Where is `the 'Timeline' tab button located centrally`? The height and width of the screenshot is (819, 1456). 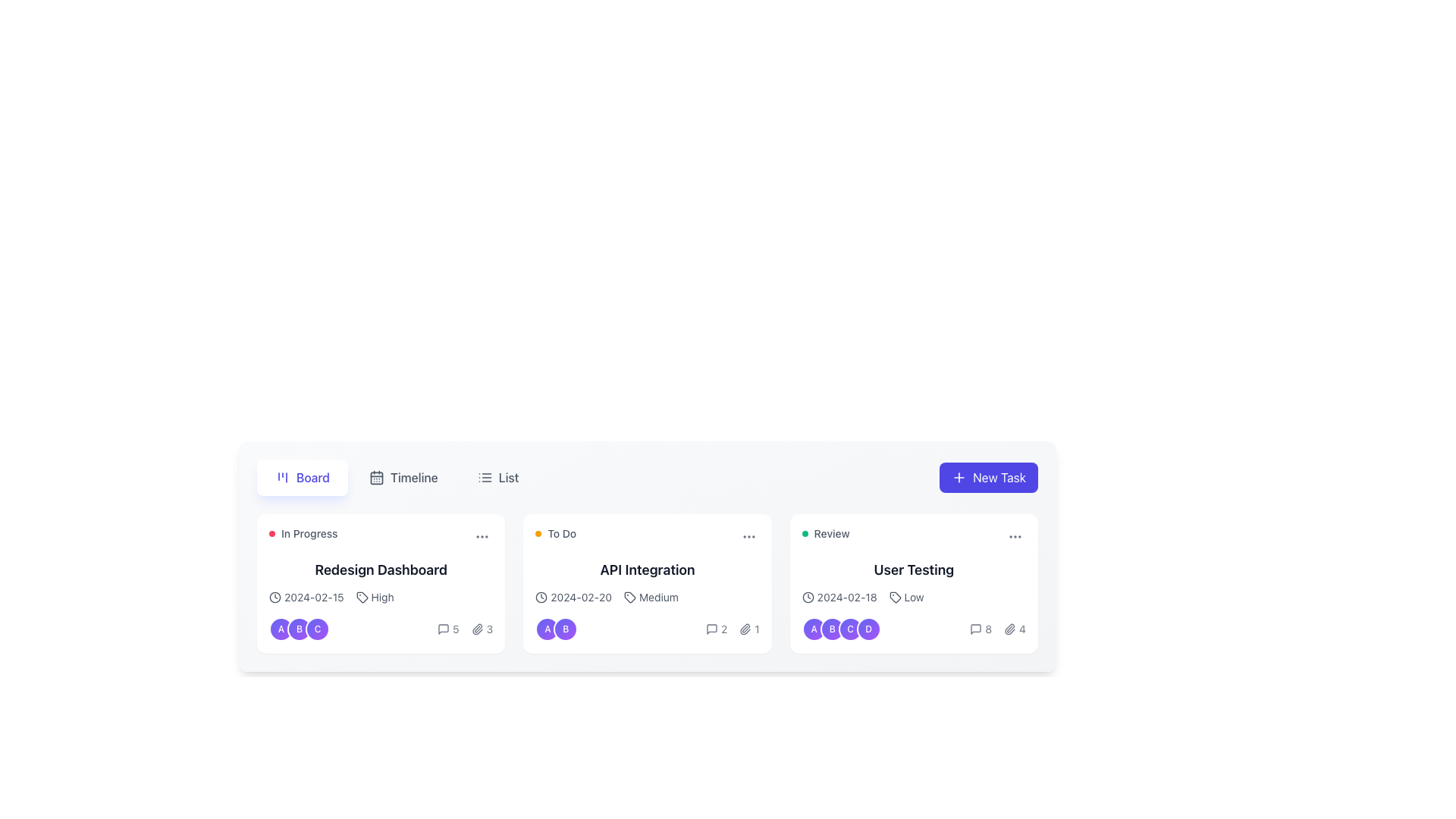
the 'Timeline' tab button located centrally is located at coordinates (397, 476).